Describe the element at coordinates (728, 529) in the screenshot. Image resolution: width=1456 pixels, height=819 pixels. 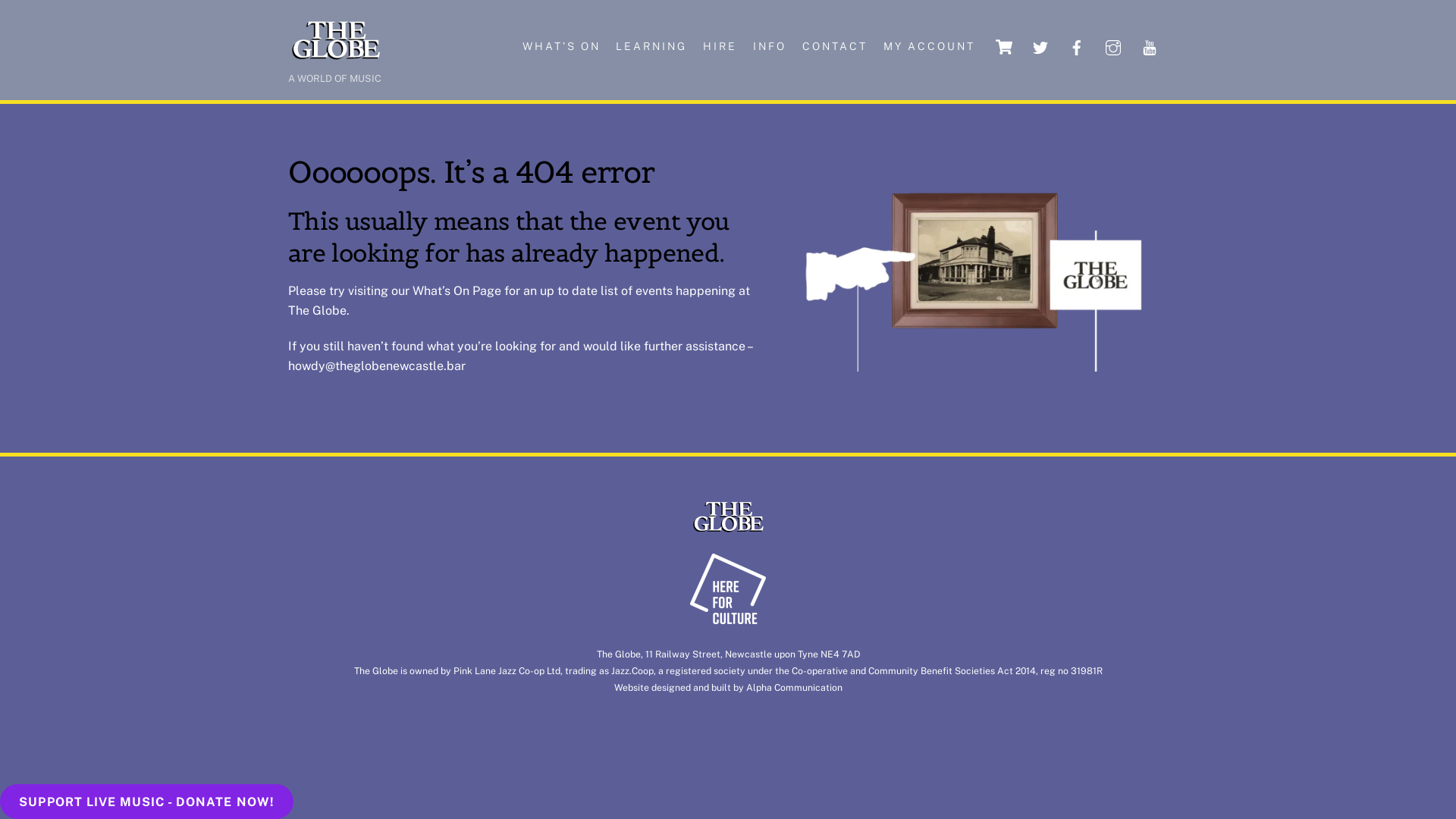
I see `'The Globe'` at that location.